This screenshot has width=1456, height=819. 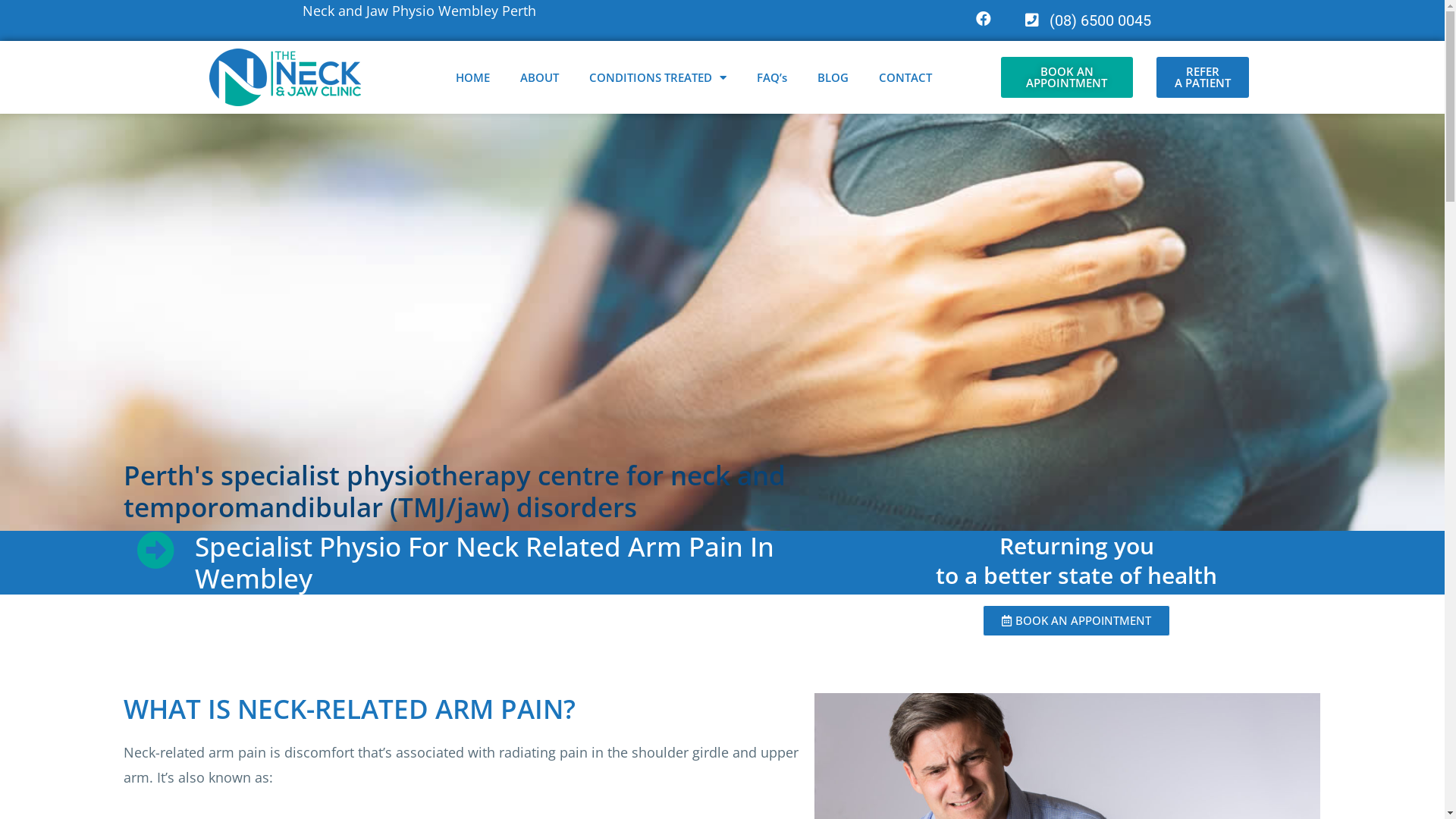 What do you see at coordinates (1201, 77) in the screenshot?
I see `'REFER` at bounding box center [1201, 77].